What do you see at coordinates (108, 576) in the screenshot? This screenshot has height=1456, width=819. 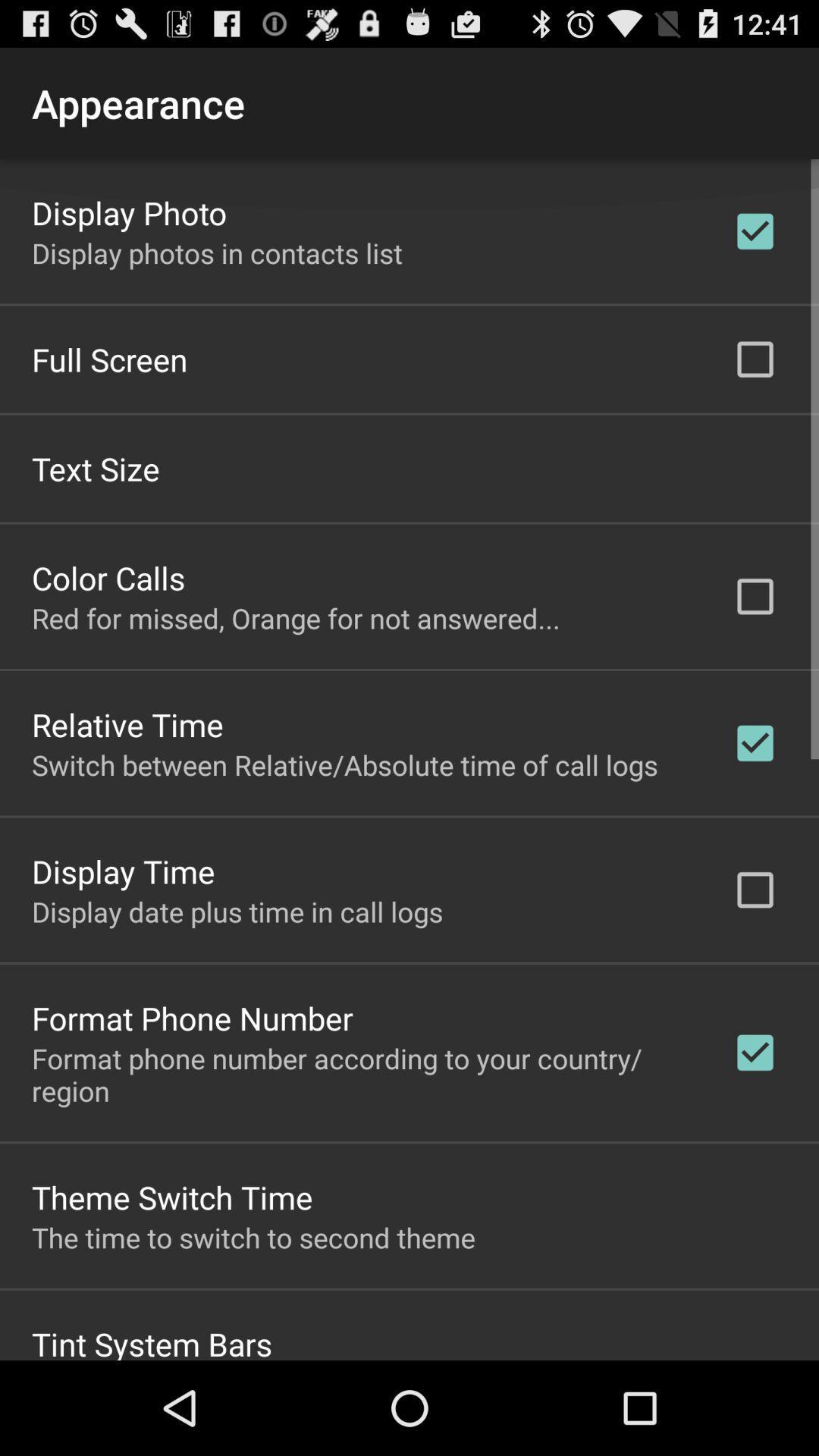 I see `the icon above the red for missed app` at bounding box center [108, 576].